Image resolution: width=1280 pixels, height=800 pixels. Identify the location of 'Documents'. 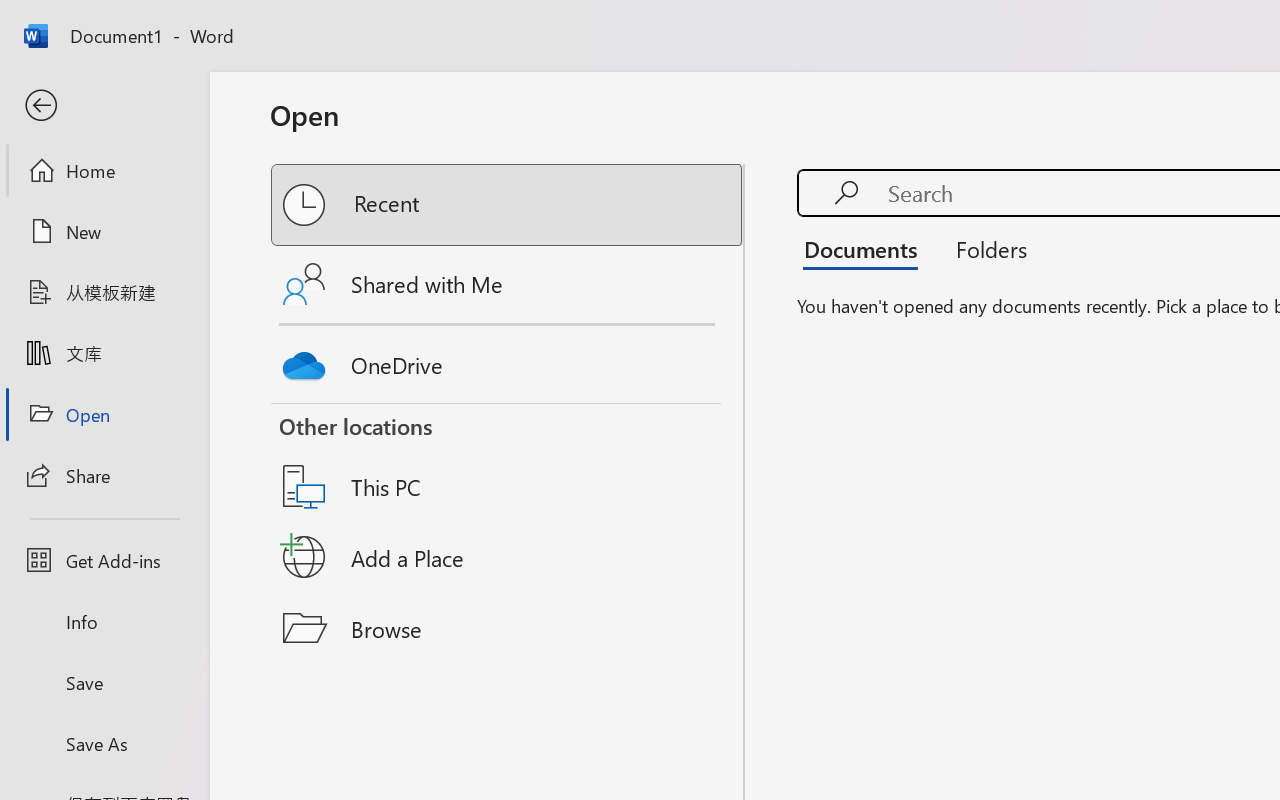
(866, 248).